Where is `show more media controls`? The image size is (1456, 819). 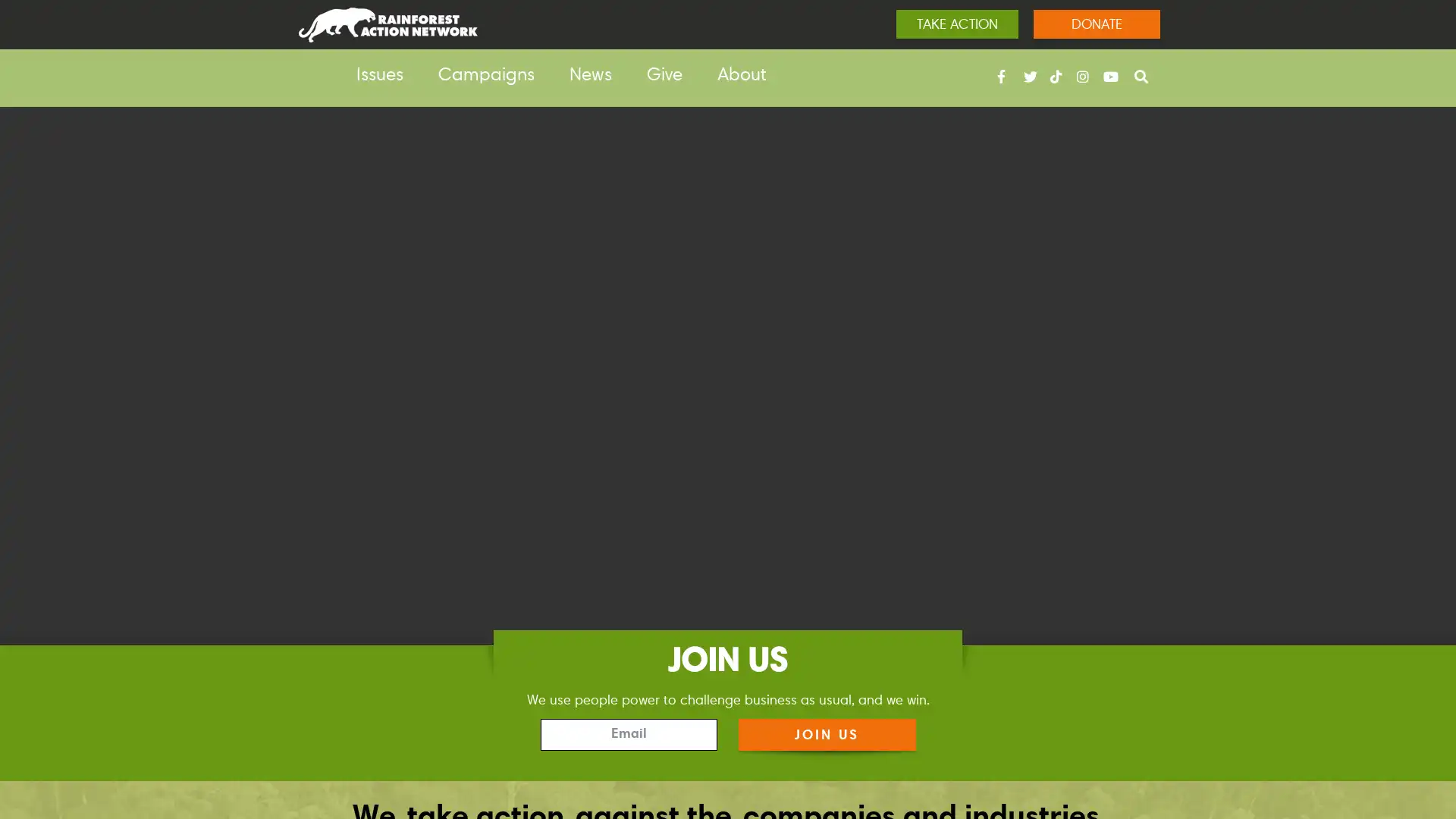
show more media controls is located at coordinates (1419, 739).